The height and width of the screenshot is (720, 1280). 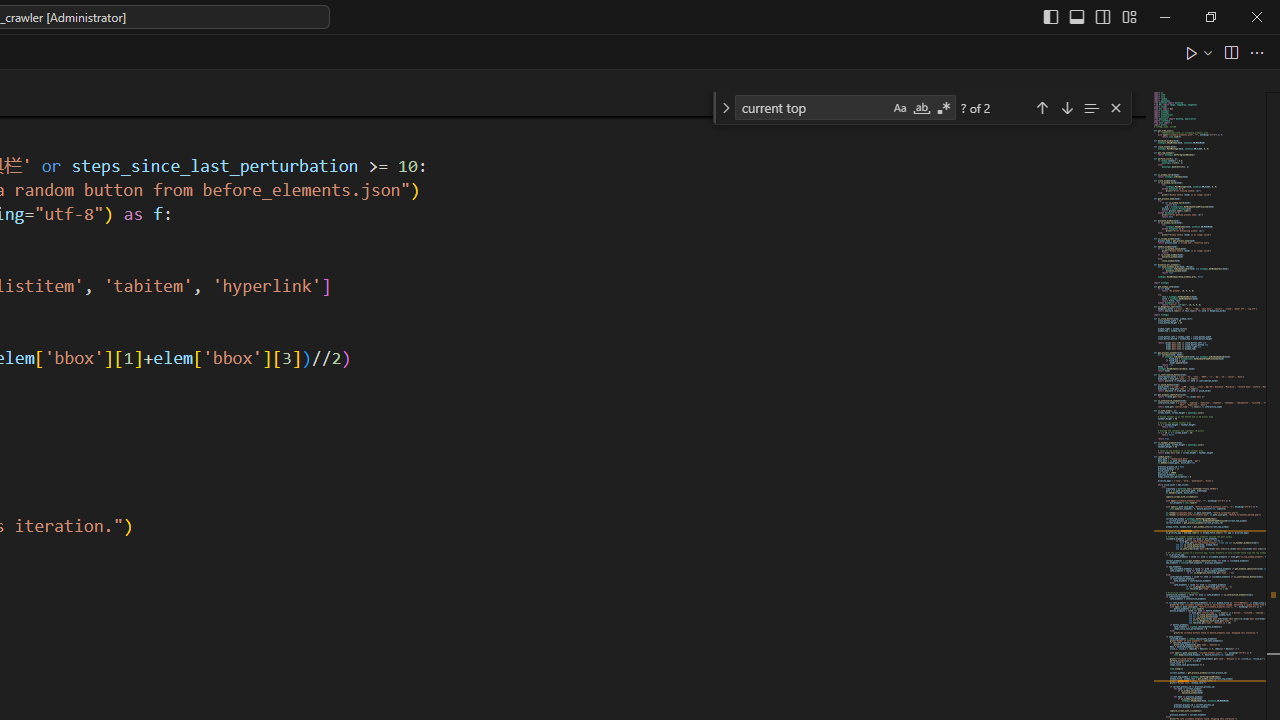 I want to click on 'Editor actions', so click(x=1225, y=51).